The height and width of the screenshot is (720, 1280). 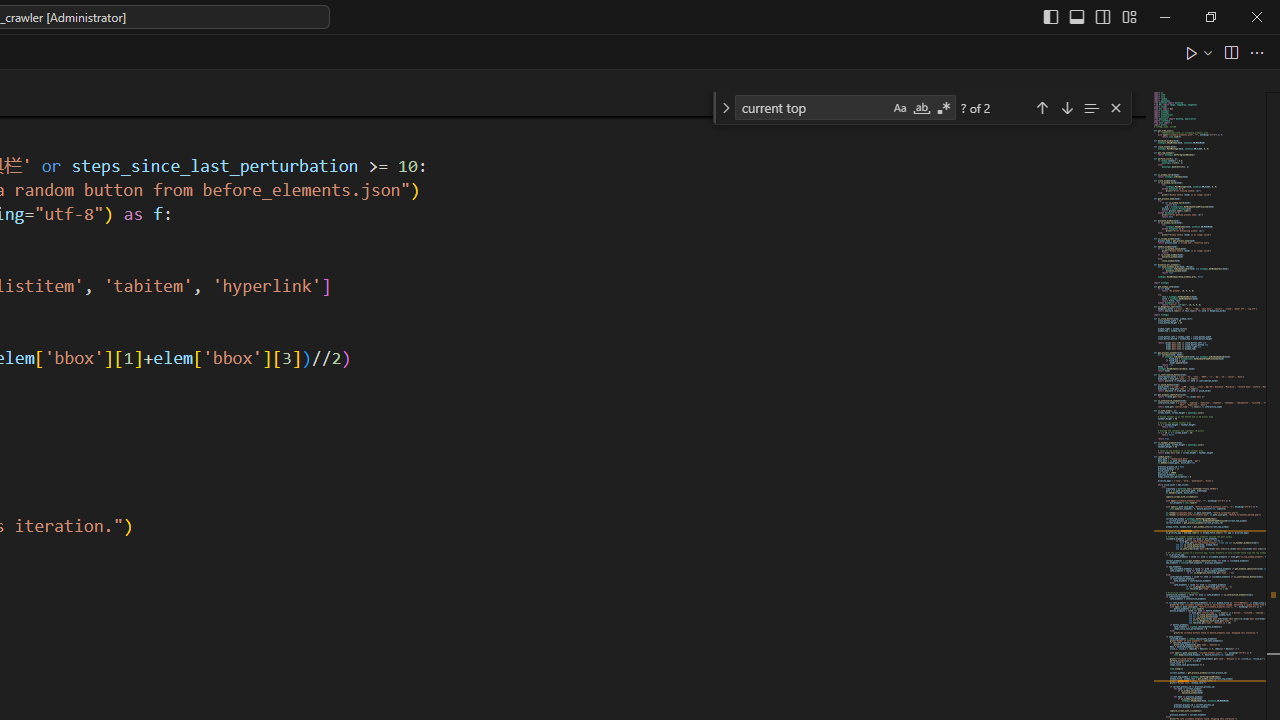 I want to click on 'Editor actions', so click(x=1225, y=51).